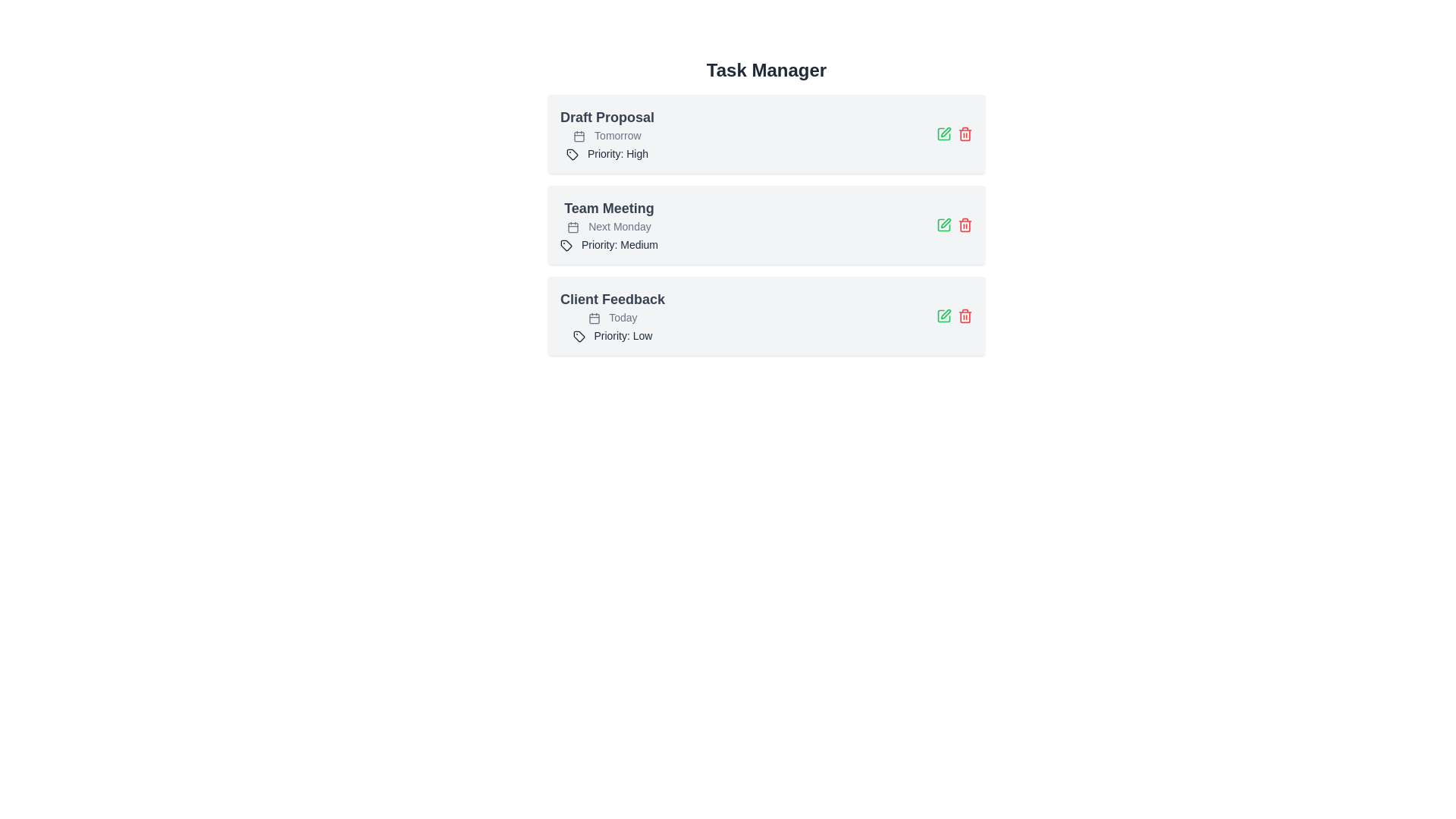 The height and width of the screenshot is (819, 1456). I want to click on the decorative shape within the SVG calendar icon, which is located towards the left-middle section of the icon, below the top marker lines, so click(573, 227).